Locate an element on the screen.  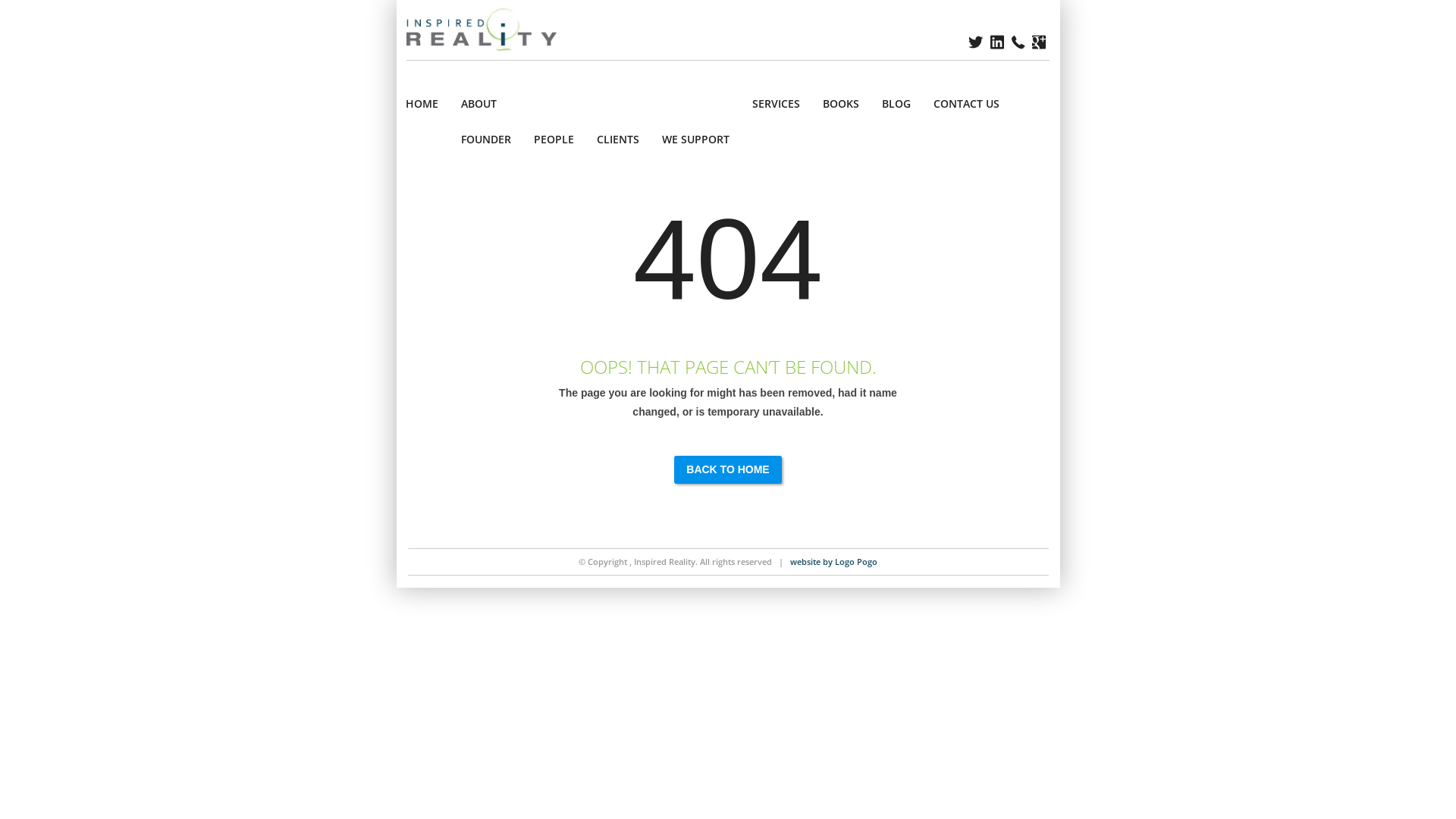
'SERVICES' is located at coordinates (776, 102).